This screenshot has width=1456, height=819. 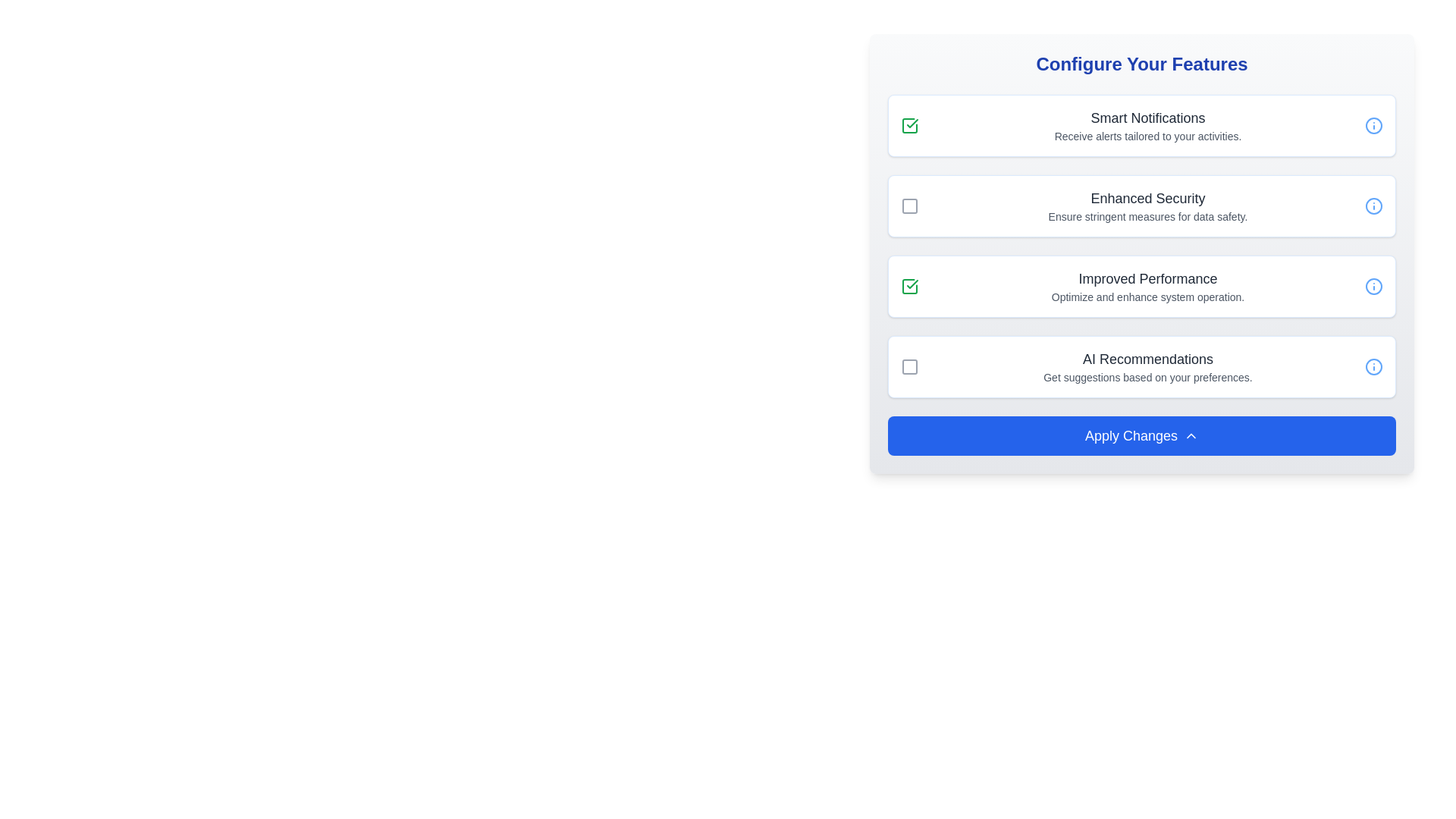 What do you see at coordinates (1142, 435) in the screenshot?
I see `the 'Apply Changes' button, which is a rectangular button with a blue background and white text, located at the bottom of the interface below the 'AI Recommendations' section` at bounding box center [1142, 435].